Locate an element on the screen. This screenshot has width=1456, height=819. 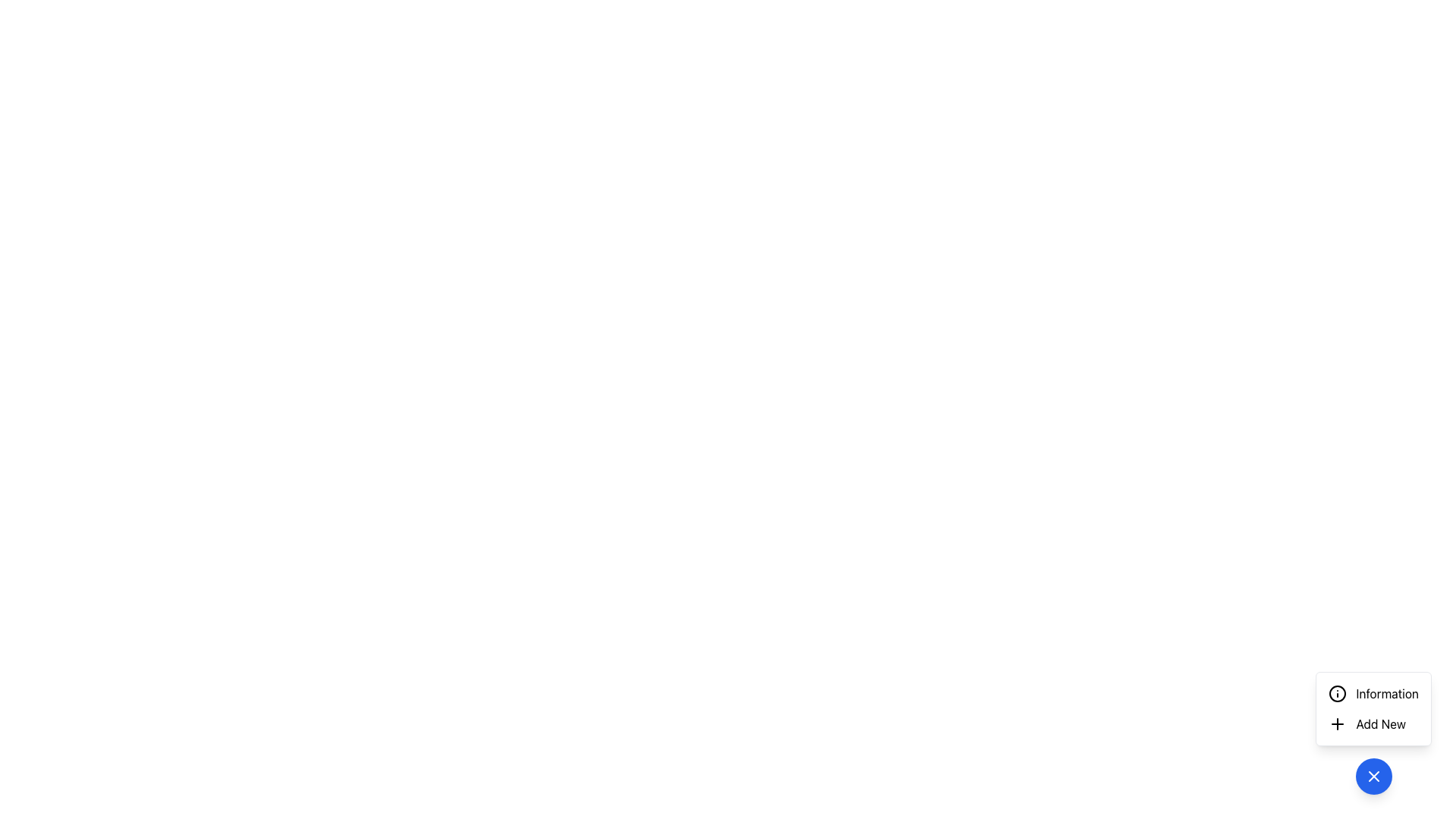
central circle element of the information icon to determine if it is currently active is located at coordinates (1338, 693).